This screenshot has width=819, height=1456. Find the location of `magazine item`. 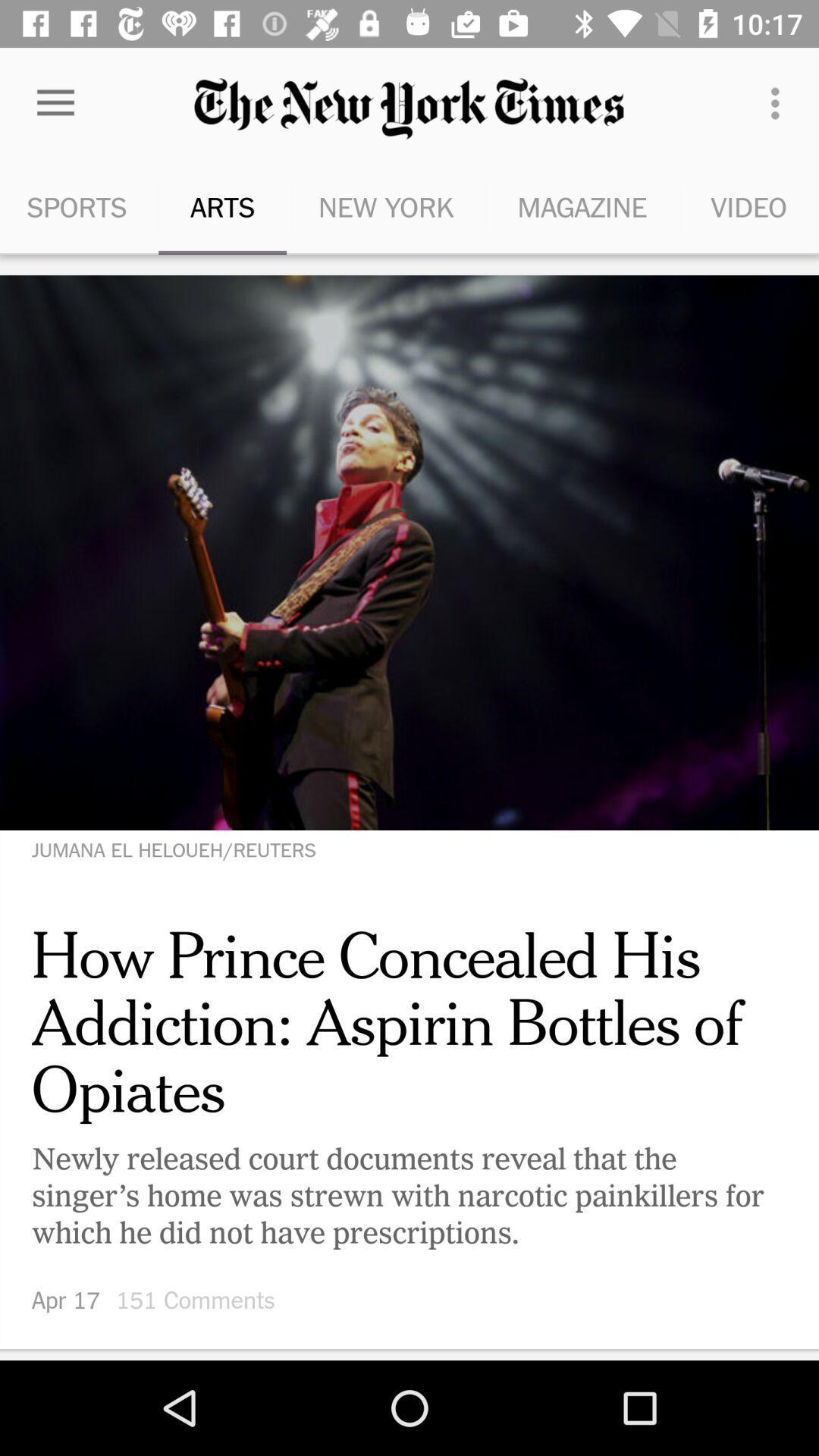

magazine item is located at coordinates (581, 206).